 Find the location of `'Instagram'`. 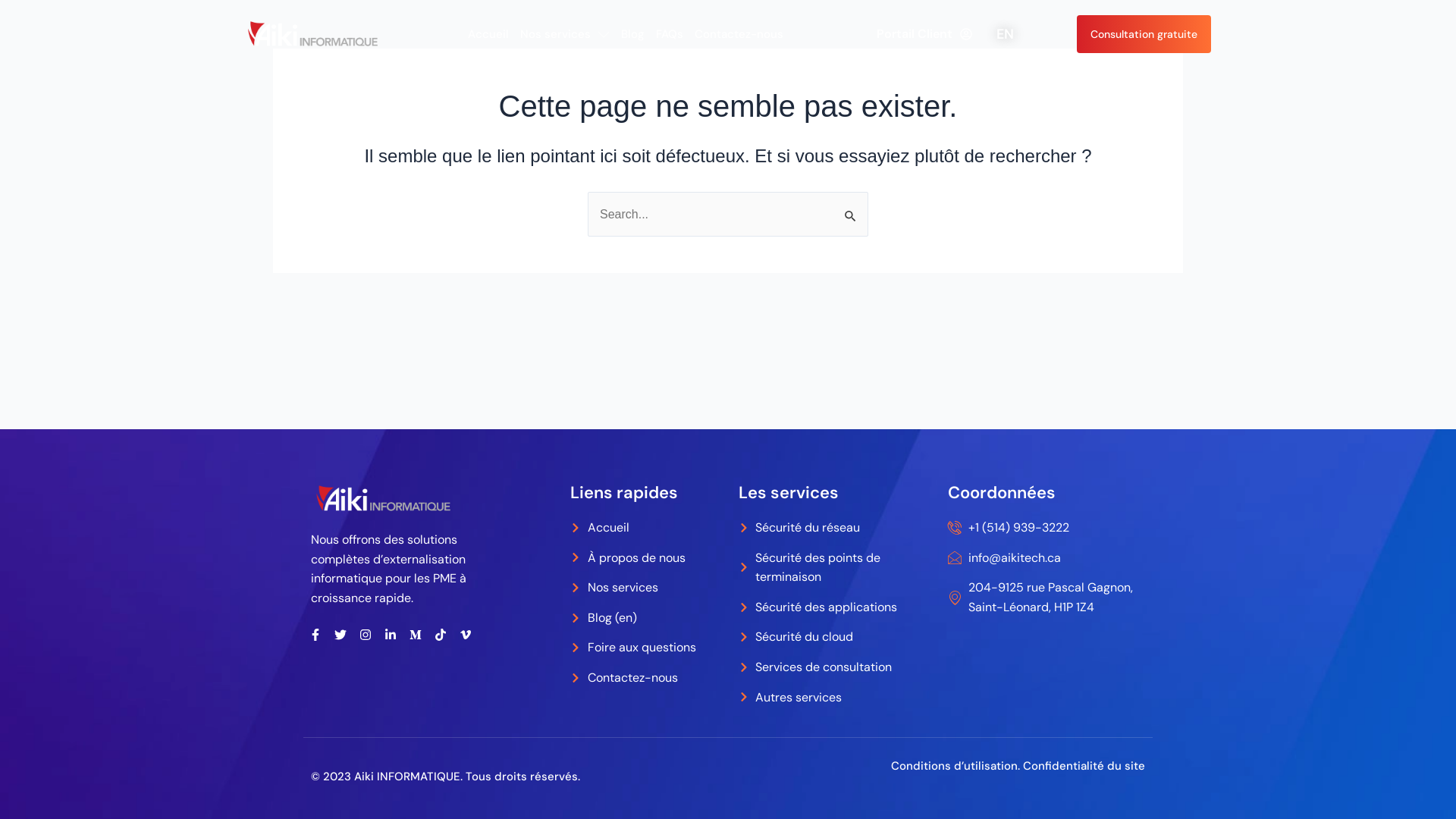

'Instagram' is located at coordinates (365, 635).